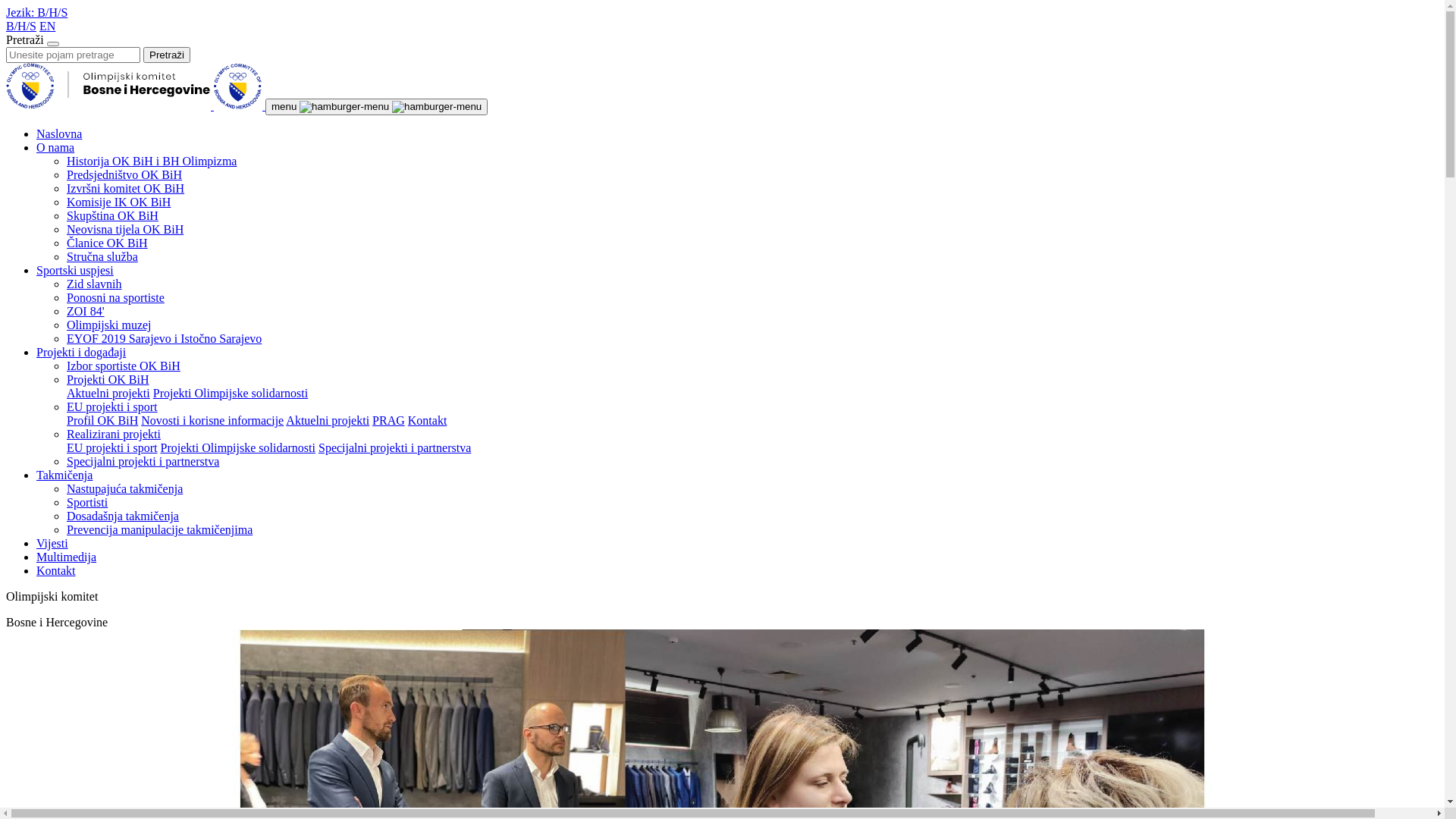 Image resolution: width=1456 pixels, height=819 pixels. Describe the element at coordinates (124, 229) in the screenshot. I see `'Neovisna tijela OK BiH'` at that location.